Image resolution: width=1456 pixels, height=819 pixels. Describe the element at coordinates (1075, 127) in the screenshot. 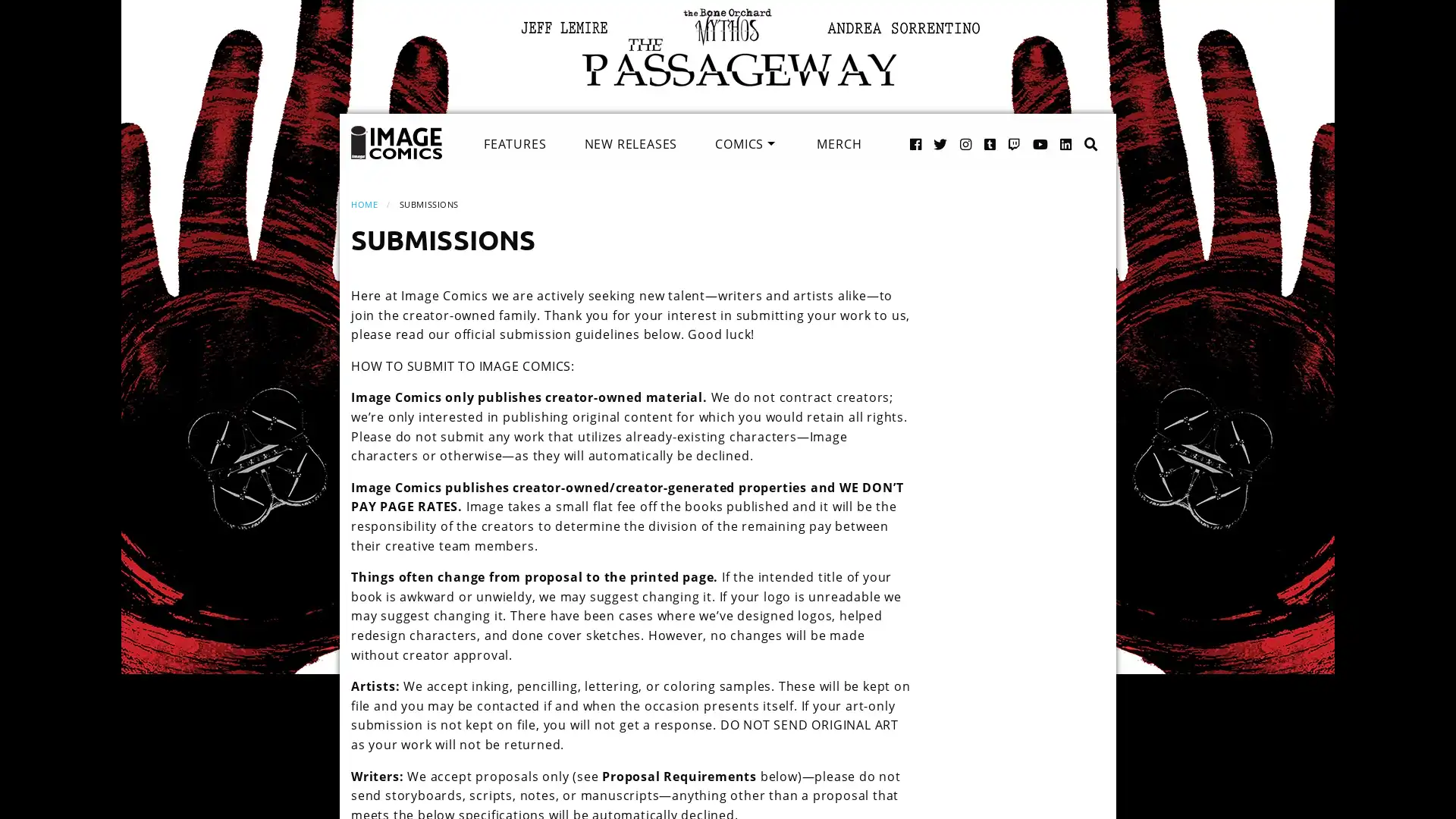

I see `Search` at that location.